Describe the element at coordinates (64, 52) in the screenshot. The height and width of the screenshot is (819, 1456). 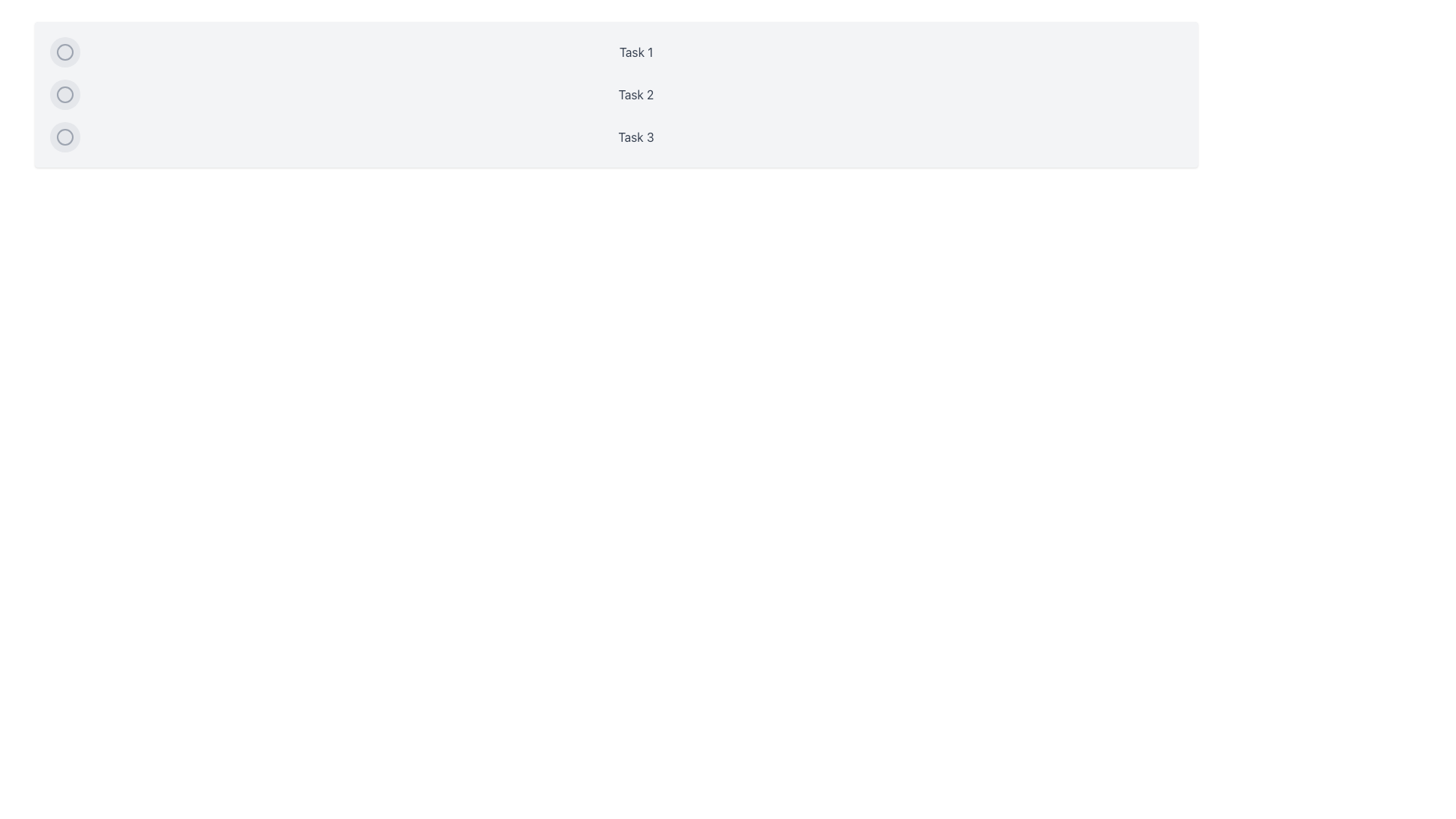
I see `the first circular SVG graphic element with a light gray border located in the top-left portion of the interface` at that location.